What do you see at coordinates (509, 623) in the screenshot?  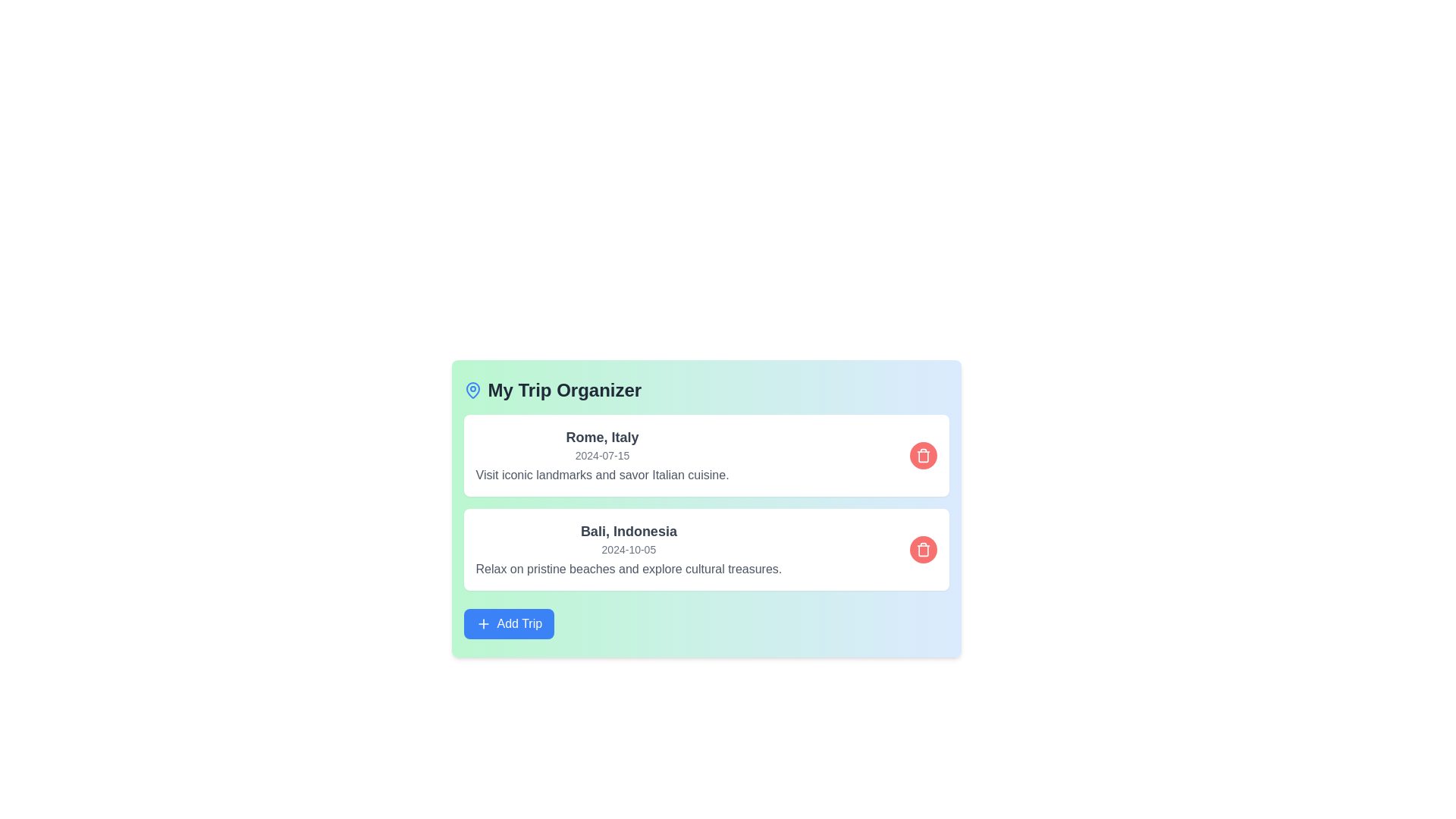 I see `the 'Add Trip' button to add a new trip` at bounding box center [509, 623].